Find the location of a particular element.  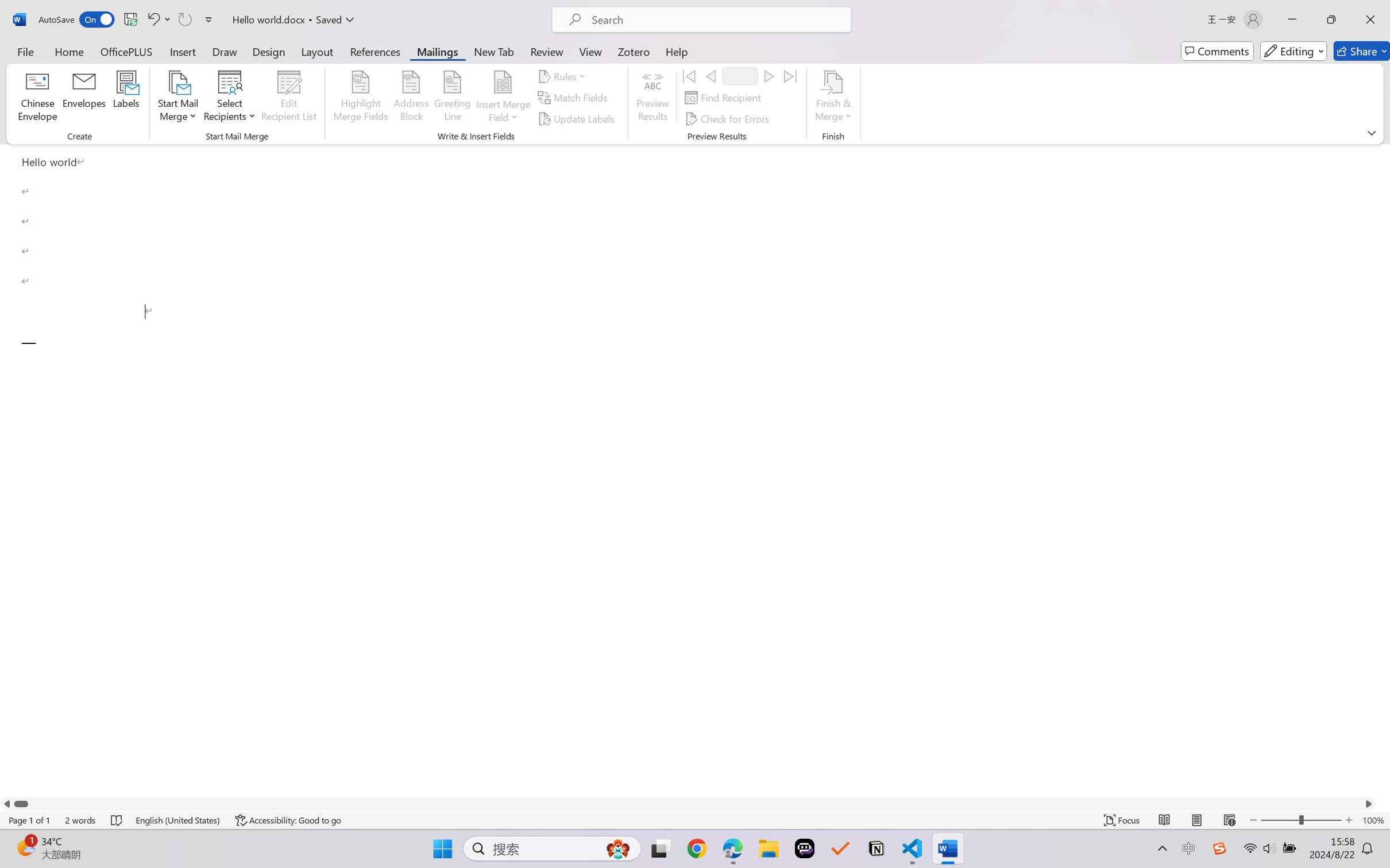

'AutoSave' is located at coordinates (76, 19).